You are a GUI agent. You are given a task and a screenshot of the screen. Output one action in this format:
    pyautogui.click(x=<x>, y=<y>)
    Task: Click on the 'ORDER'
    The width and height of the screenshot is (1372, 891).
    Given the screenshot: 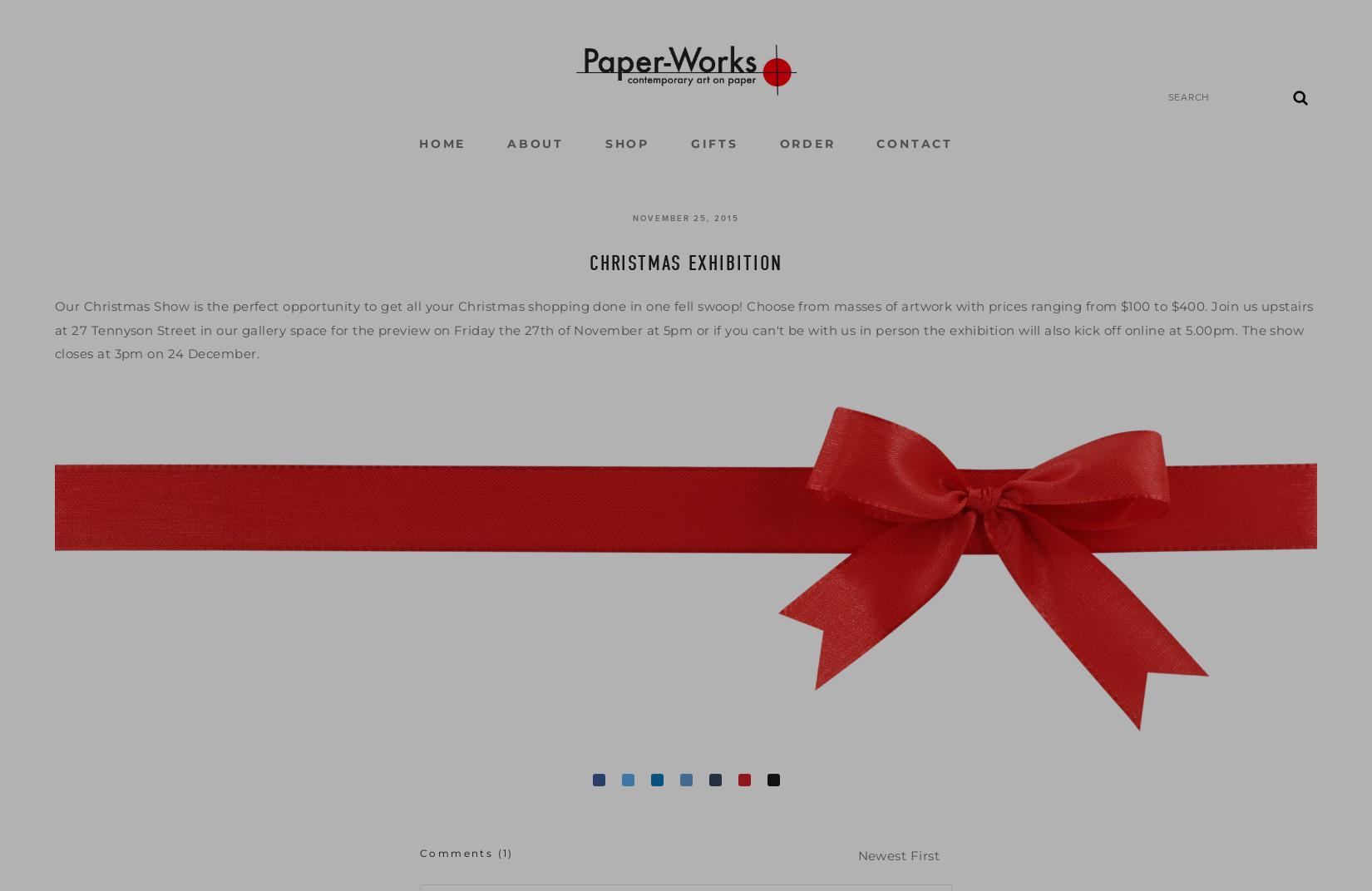 What is the action you would take?
    pyautogui.click(x=779, y=143)
    